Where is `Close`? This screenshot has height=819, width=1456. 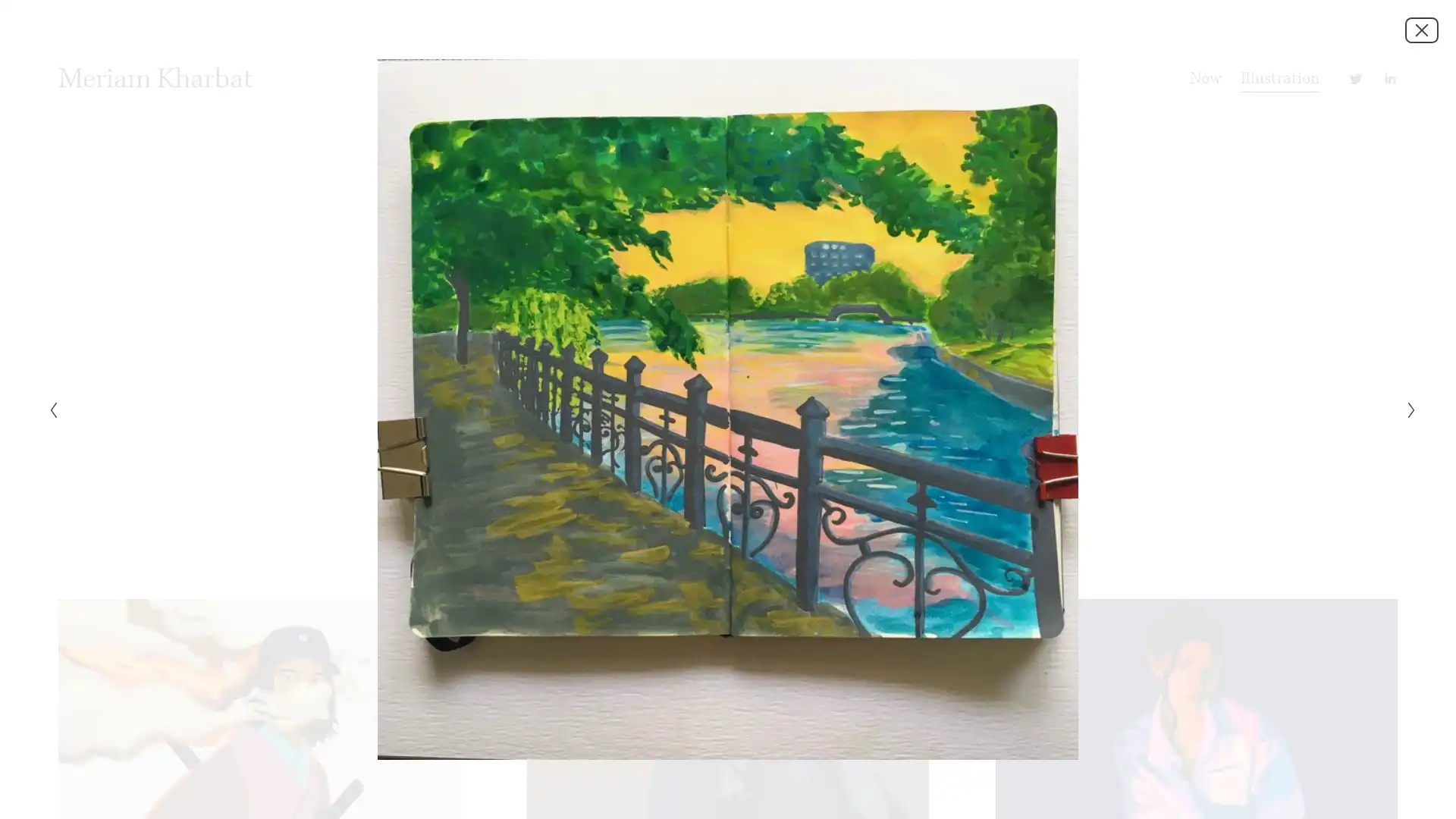 Close is located at coordinates (1421, 29).